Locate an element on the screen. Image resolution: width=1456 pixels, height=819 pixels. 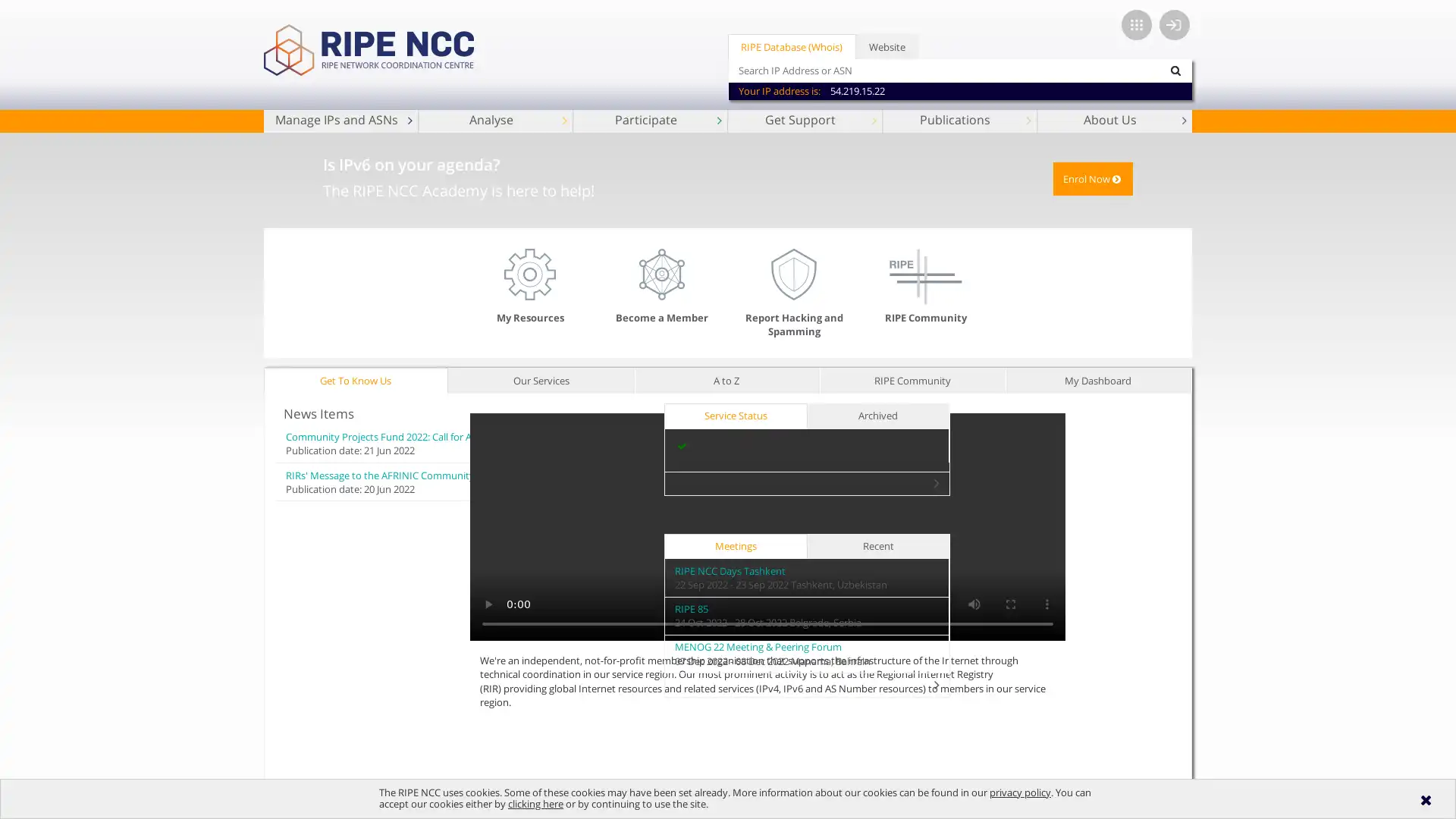
show more media controls is located at coordinates (1160, 602).